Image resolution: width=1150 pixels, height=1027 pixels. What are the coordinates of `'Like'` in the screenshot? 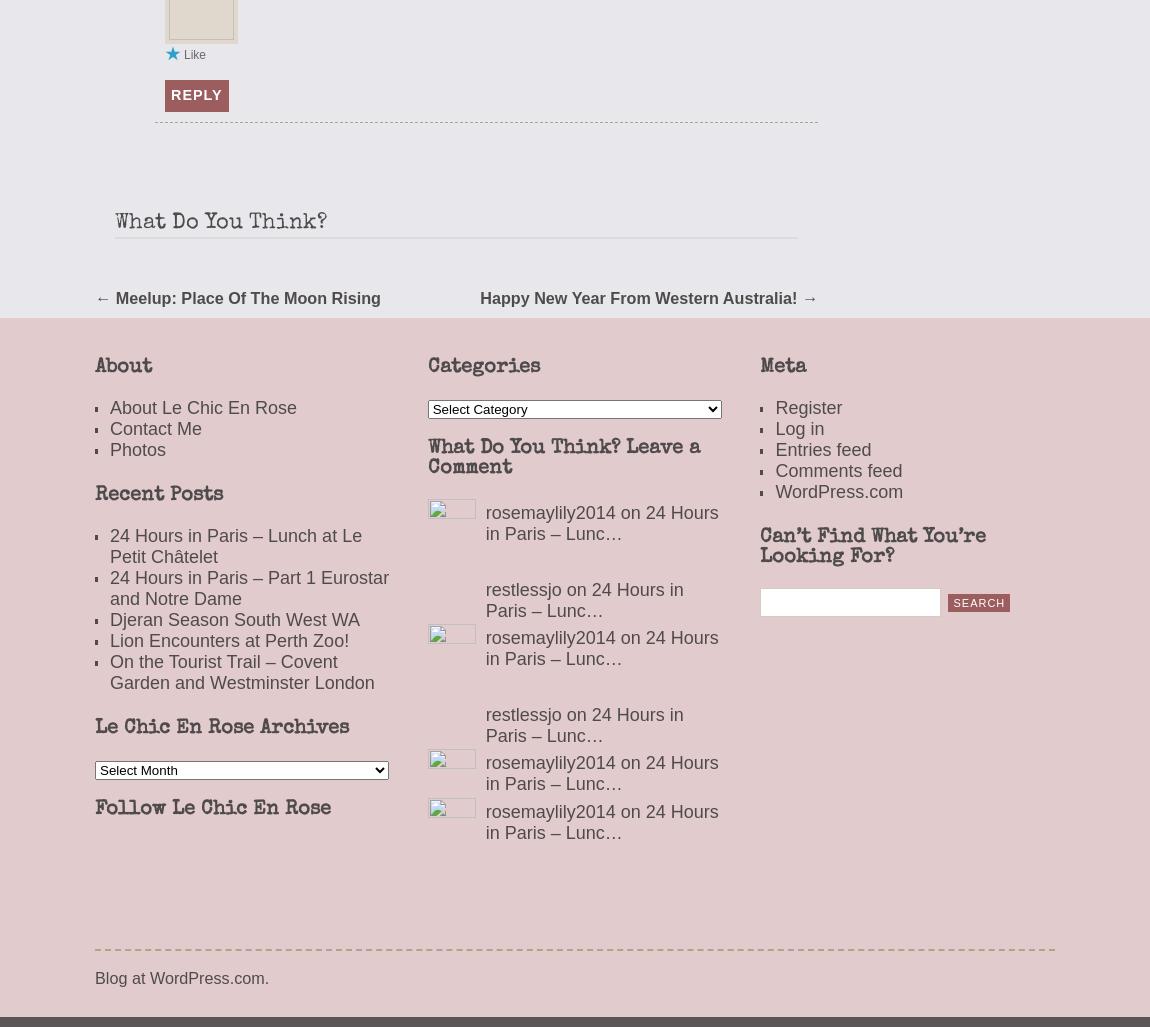 It's located at (194, 55).